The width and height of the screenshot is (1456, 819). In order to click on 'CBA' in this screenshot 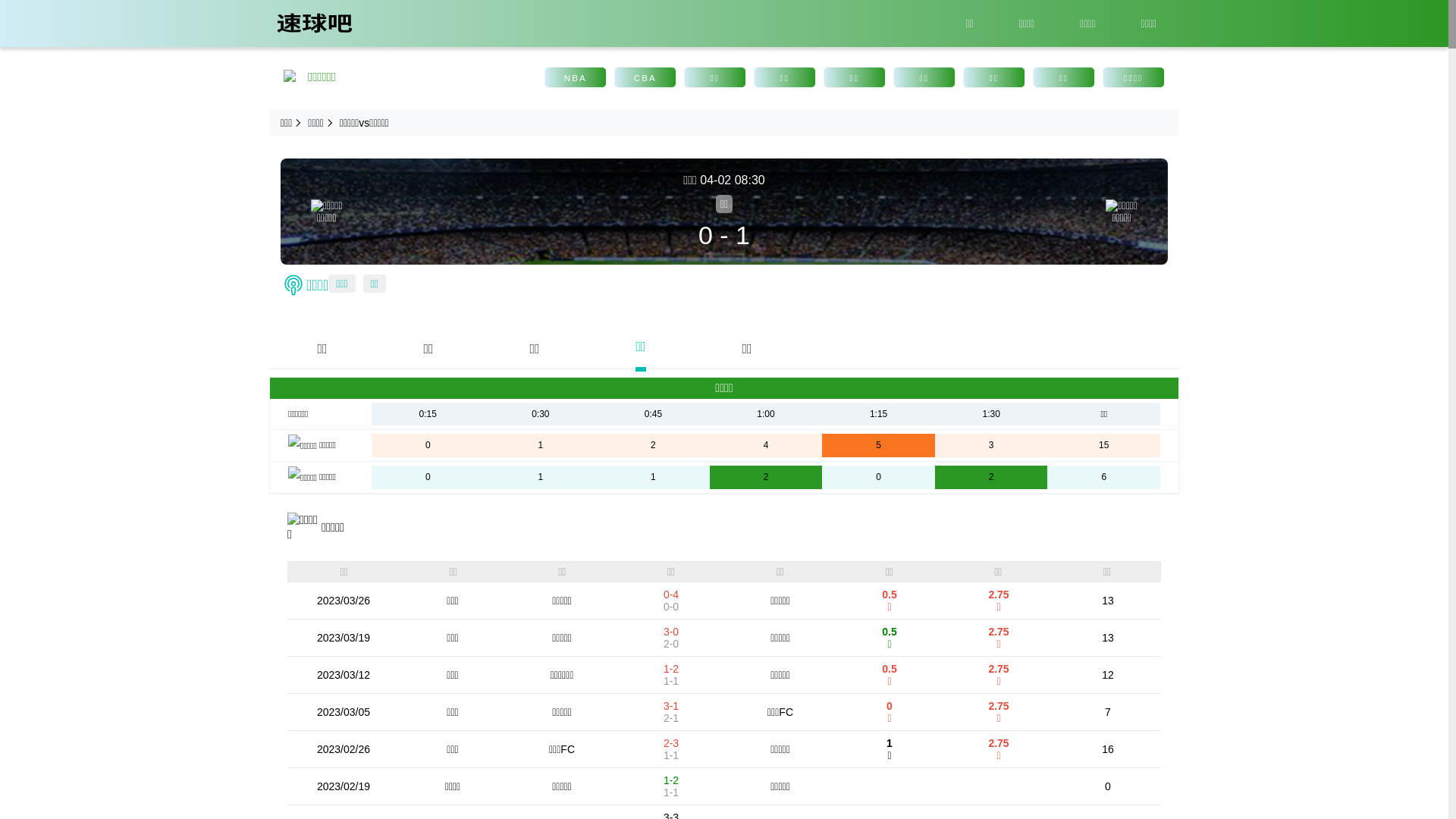, I will do `click(645, 77)`.